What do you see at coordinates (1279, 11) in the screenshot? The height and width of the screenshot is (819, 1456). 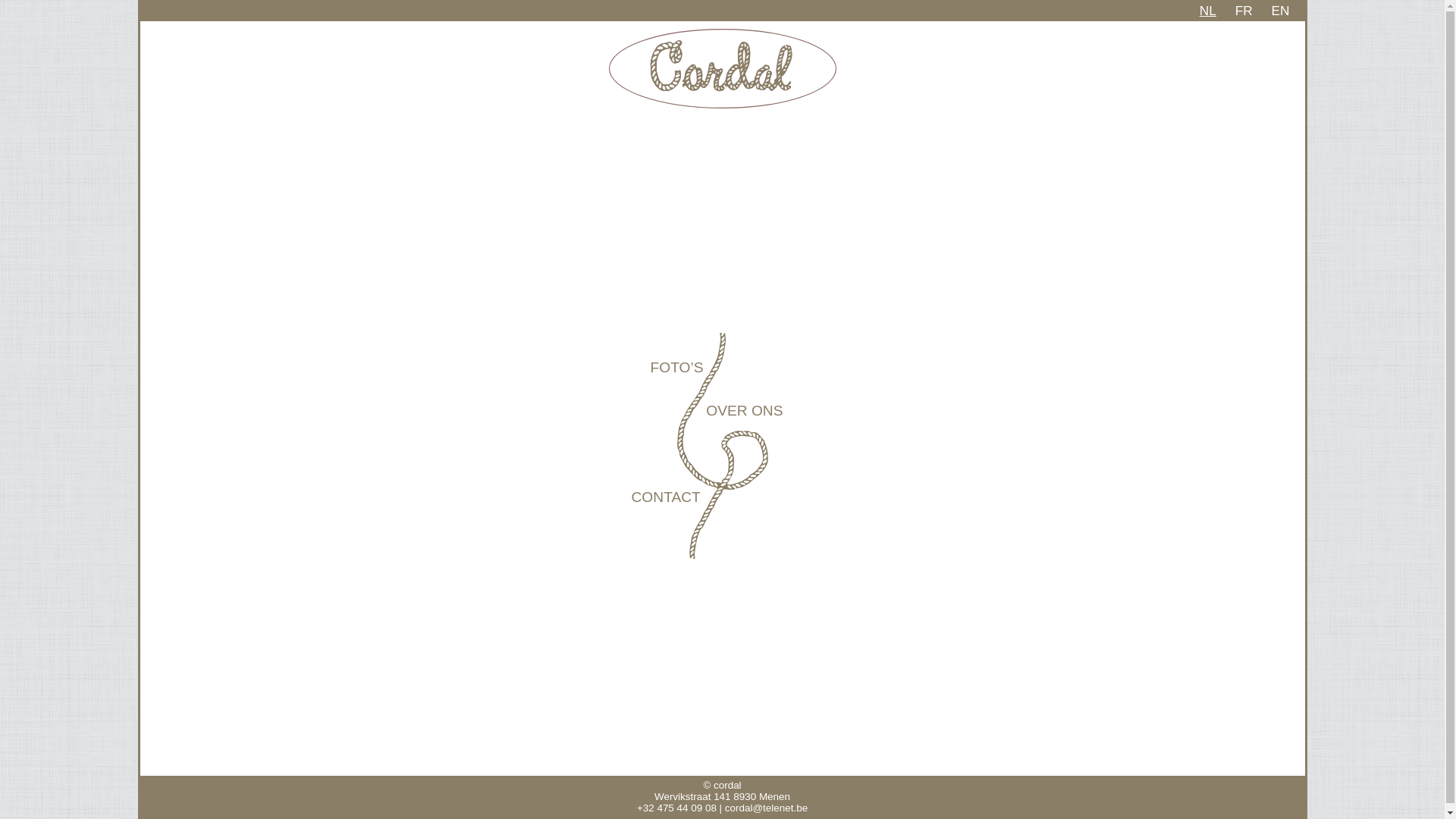 I see `'EN'` at bounding box center [1279, 11].